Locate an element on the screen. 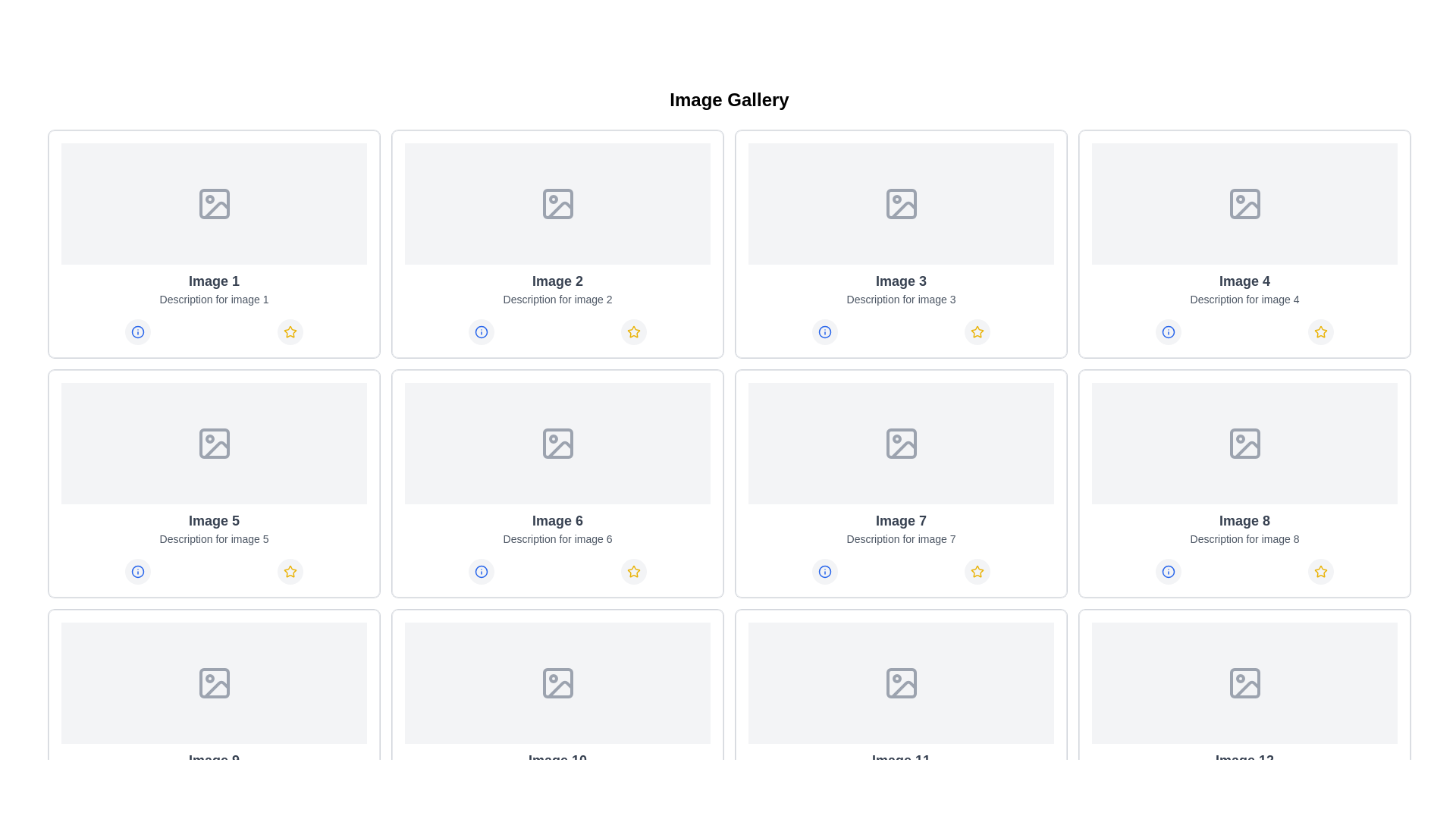 This screenshot has height=819, width=1456. the image icon represented by a rounded rectangle containing a circular dot and an angled line, located in the second row and first column of the image grid is located at coordinates (213, 444).